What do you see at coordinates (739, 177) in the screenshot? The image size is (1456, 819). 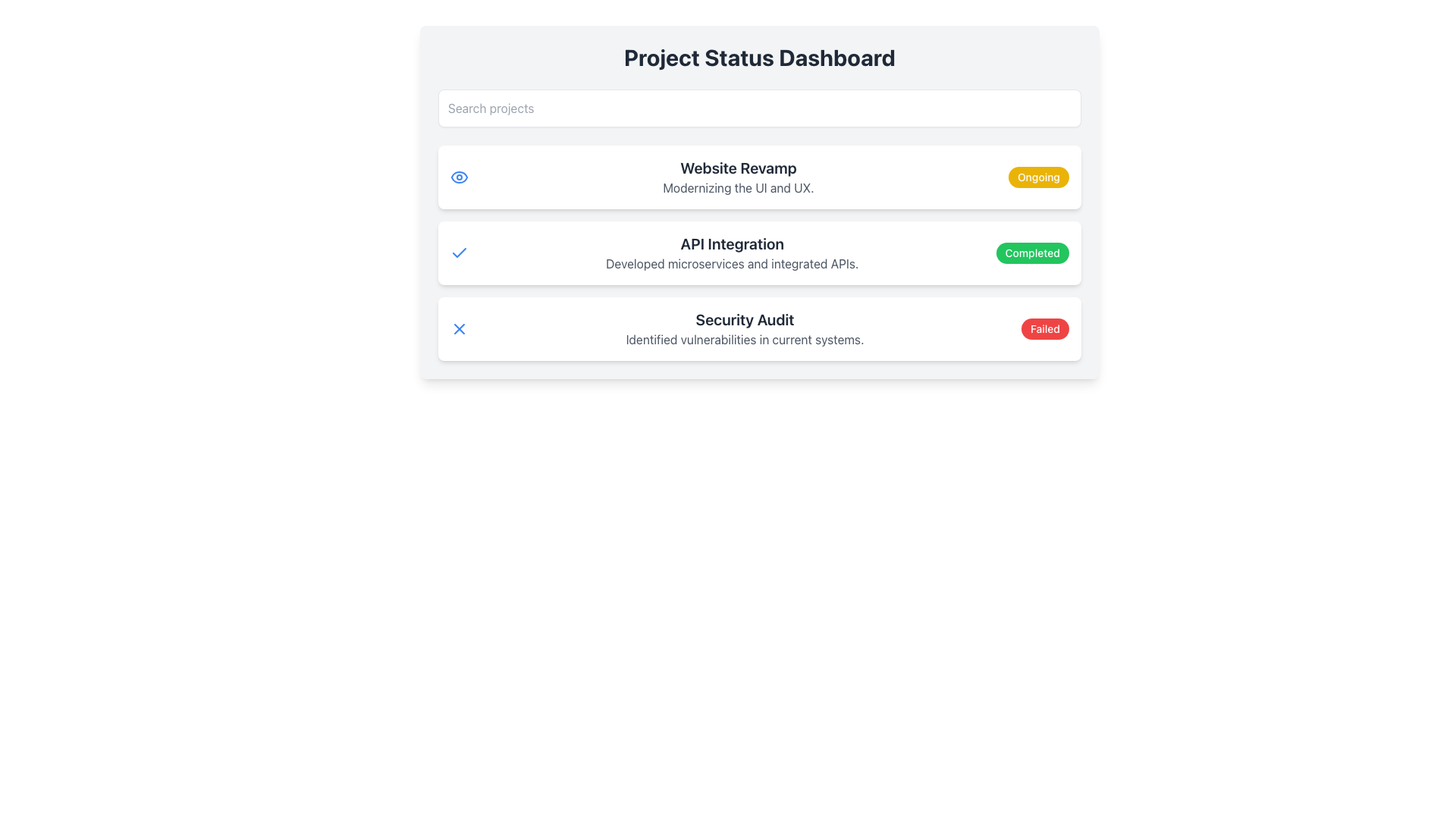 I see `the text display component that serves as a header and subtitle for the project card named 'Website Revamp', located at the center of a horizontal row in the project status dashboard interface` at bounding box center [739, 177].